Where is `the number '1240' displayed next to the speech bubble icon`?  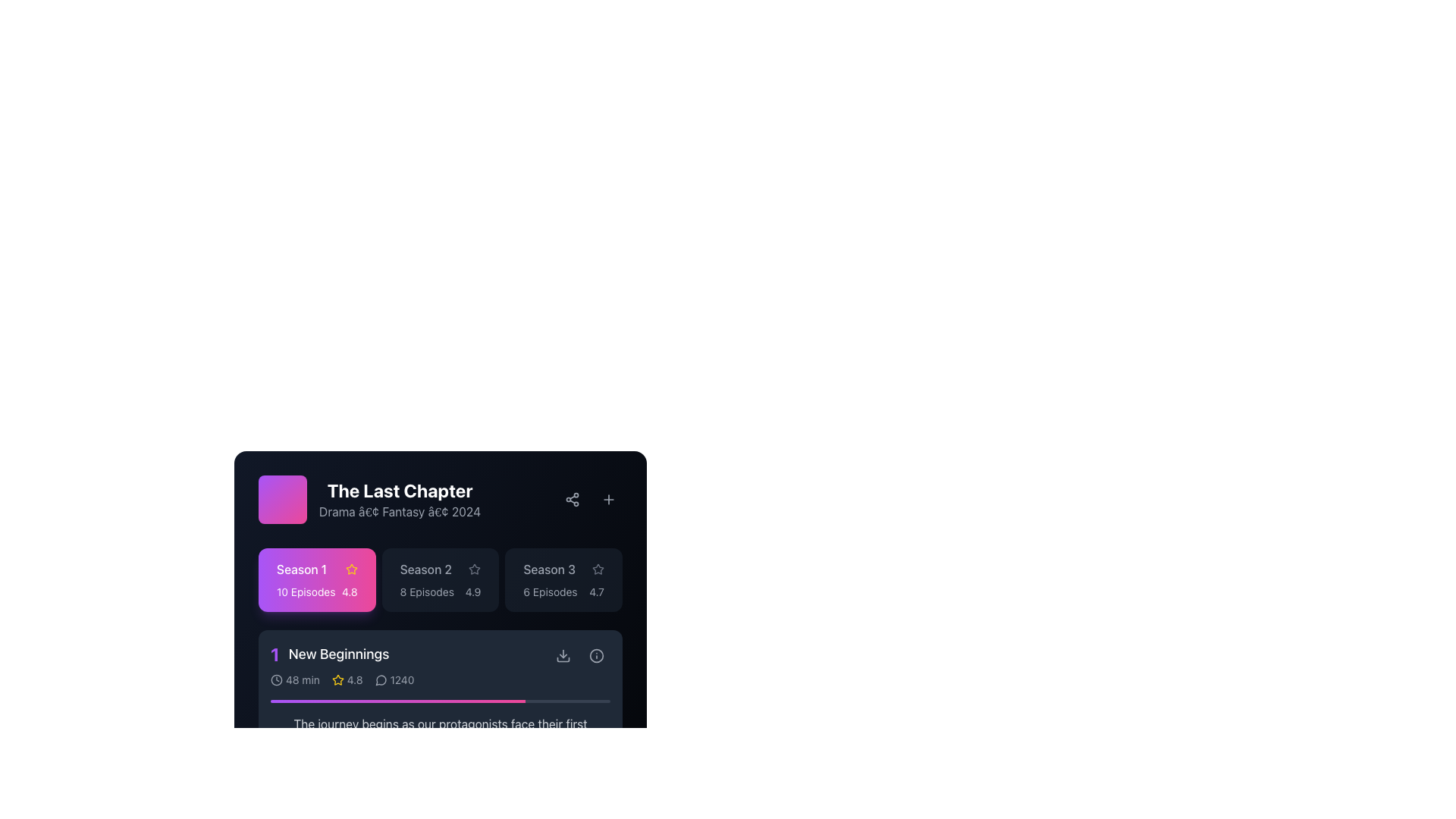
the number '1240' displayed next to the speech bubble icon is located at coordinates (394, 679).